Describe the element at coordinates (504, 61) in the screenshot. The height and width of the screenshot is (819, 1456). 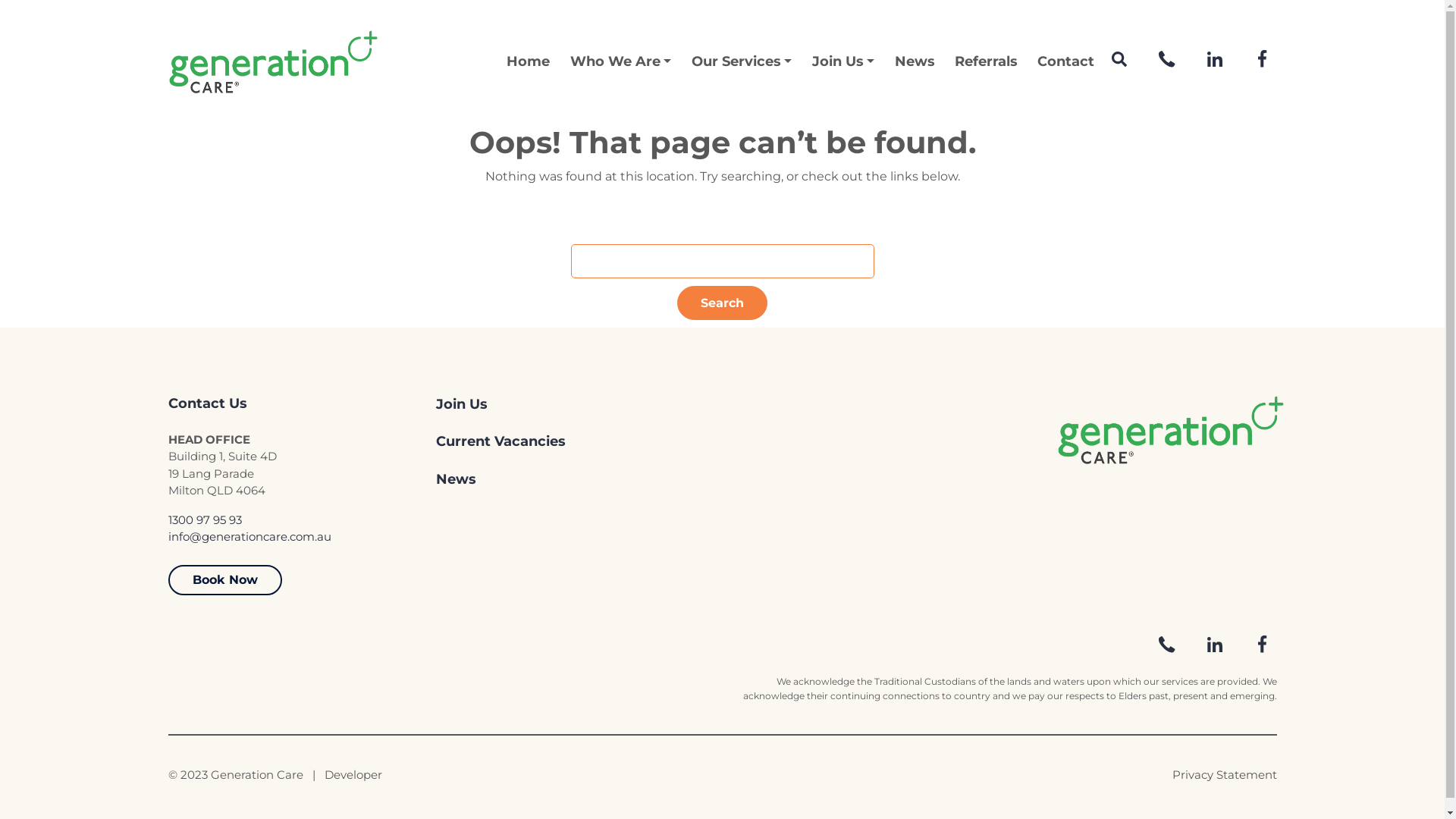
I see `'Home'` at that location.